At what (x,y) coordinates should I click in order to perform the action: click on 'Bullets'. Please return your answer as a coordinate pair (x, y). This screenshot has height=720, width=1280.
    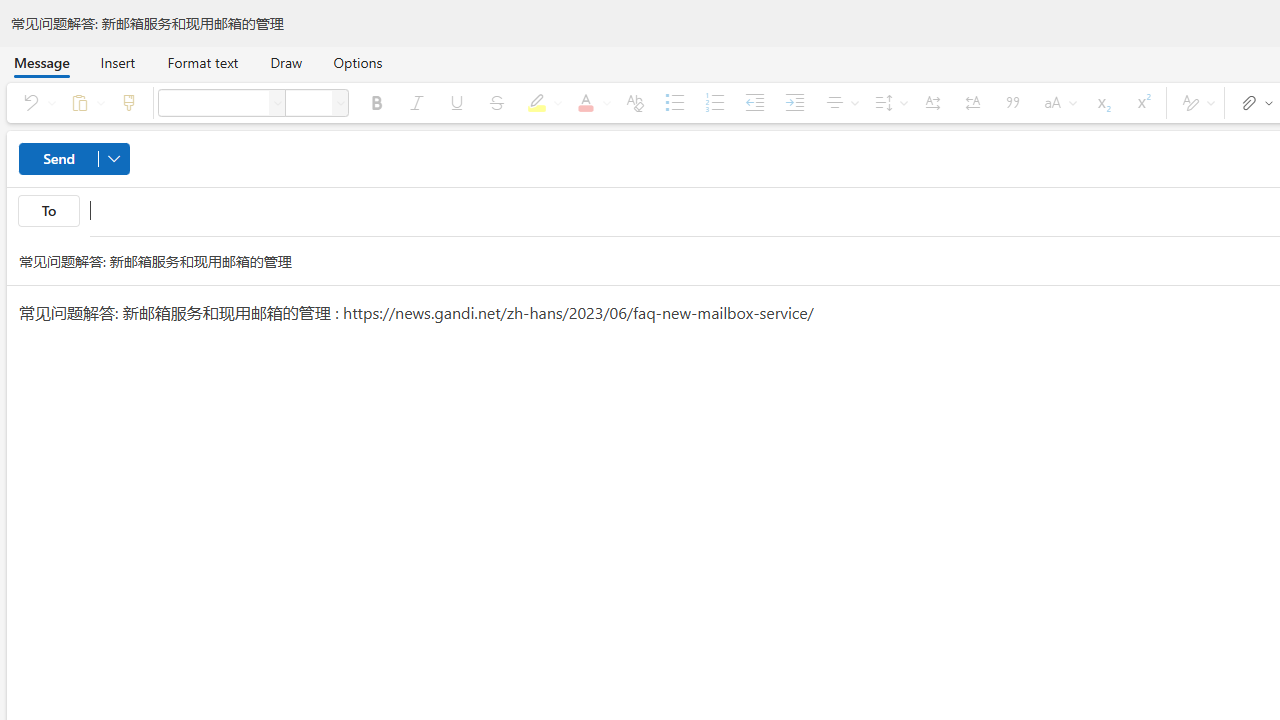
    Looking at the image, I should click on (675, 102).